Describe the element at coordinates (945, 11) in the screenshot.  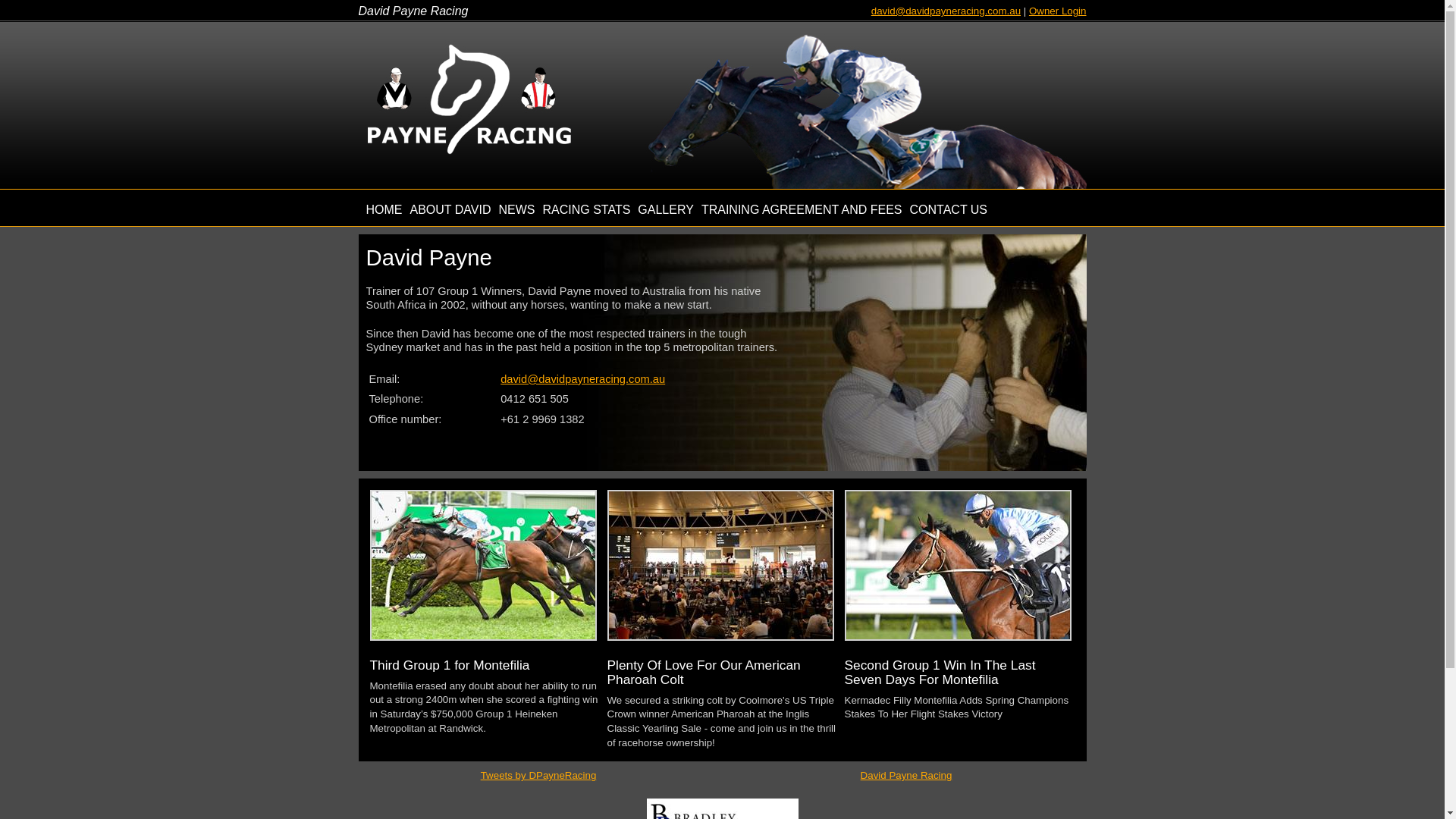
I see `'david@davidpayneracing.com.au'` at that location.